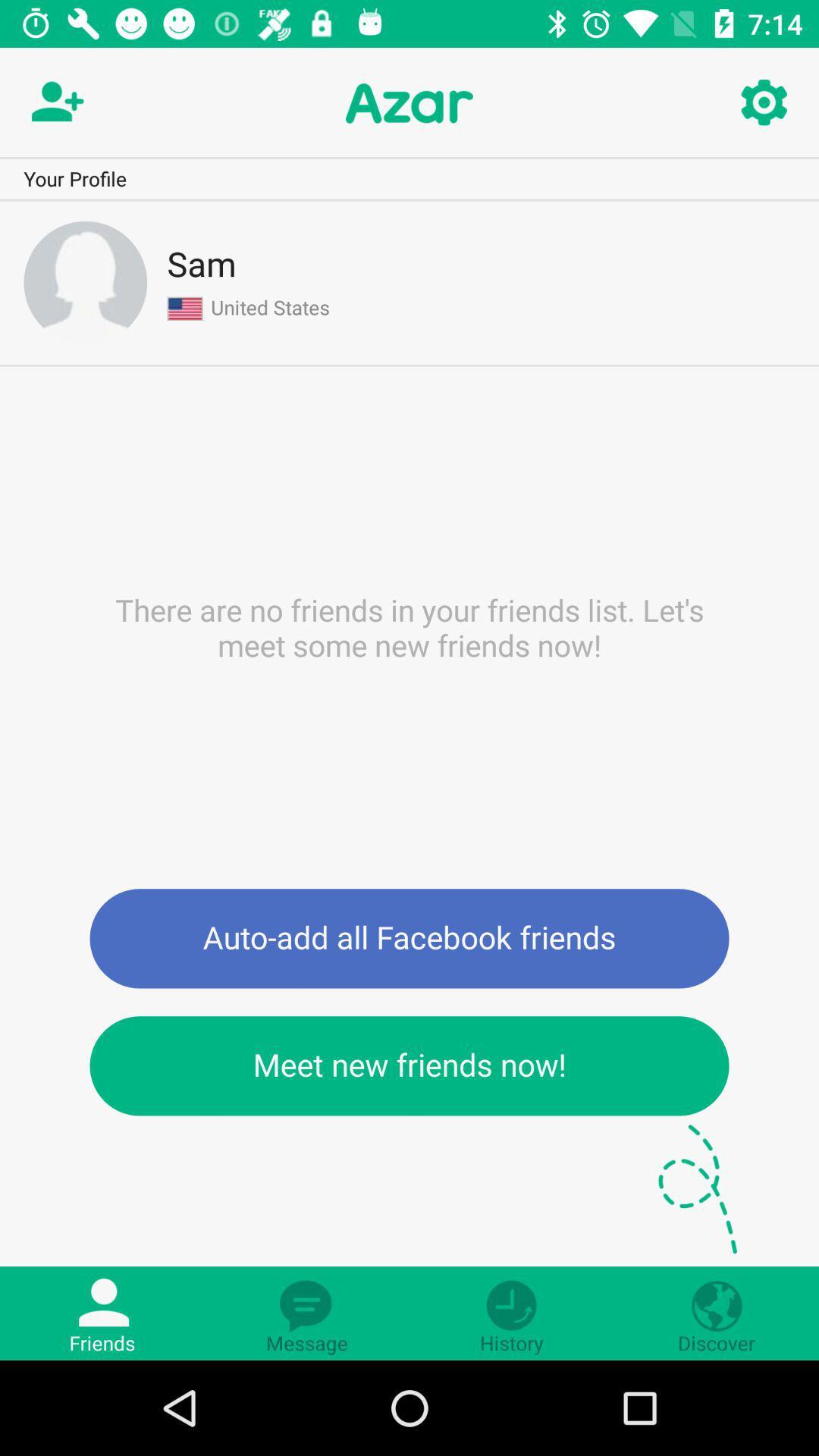  I want to click on the auto add all item, so click(409, 937).